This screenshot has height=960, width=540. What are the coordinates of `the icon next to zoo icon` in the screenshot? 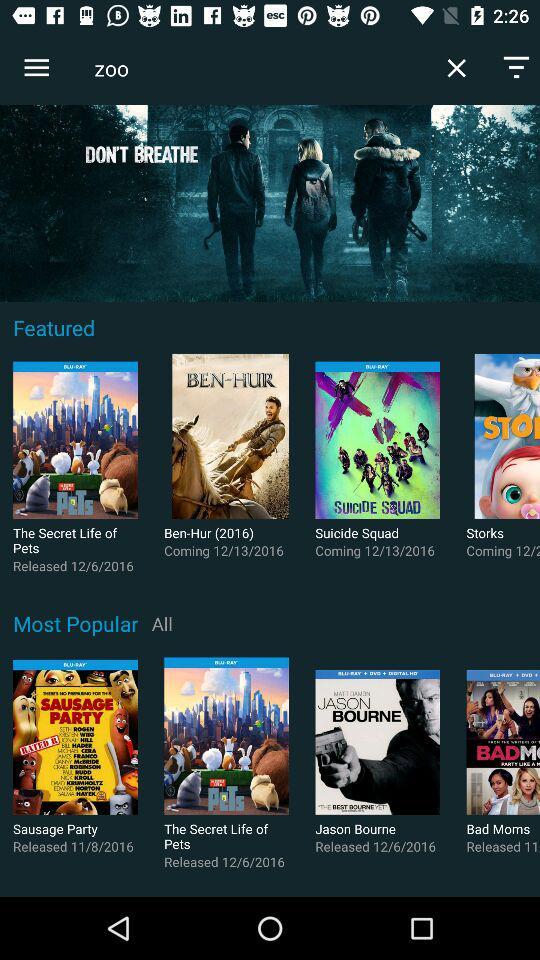 It's located at (36, 68).